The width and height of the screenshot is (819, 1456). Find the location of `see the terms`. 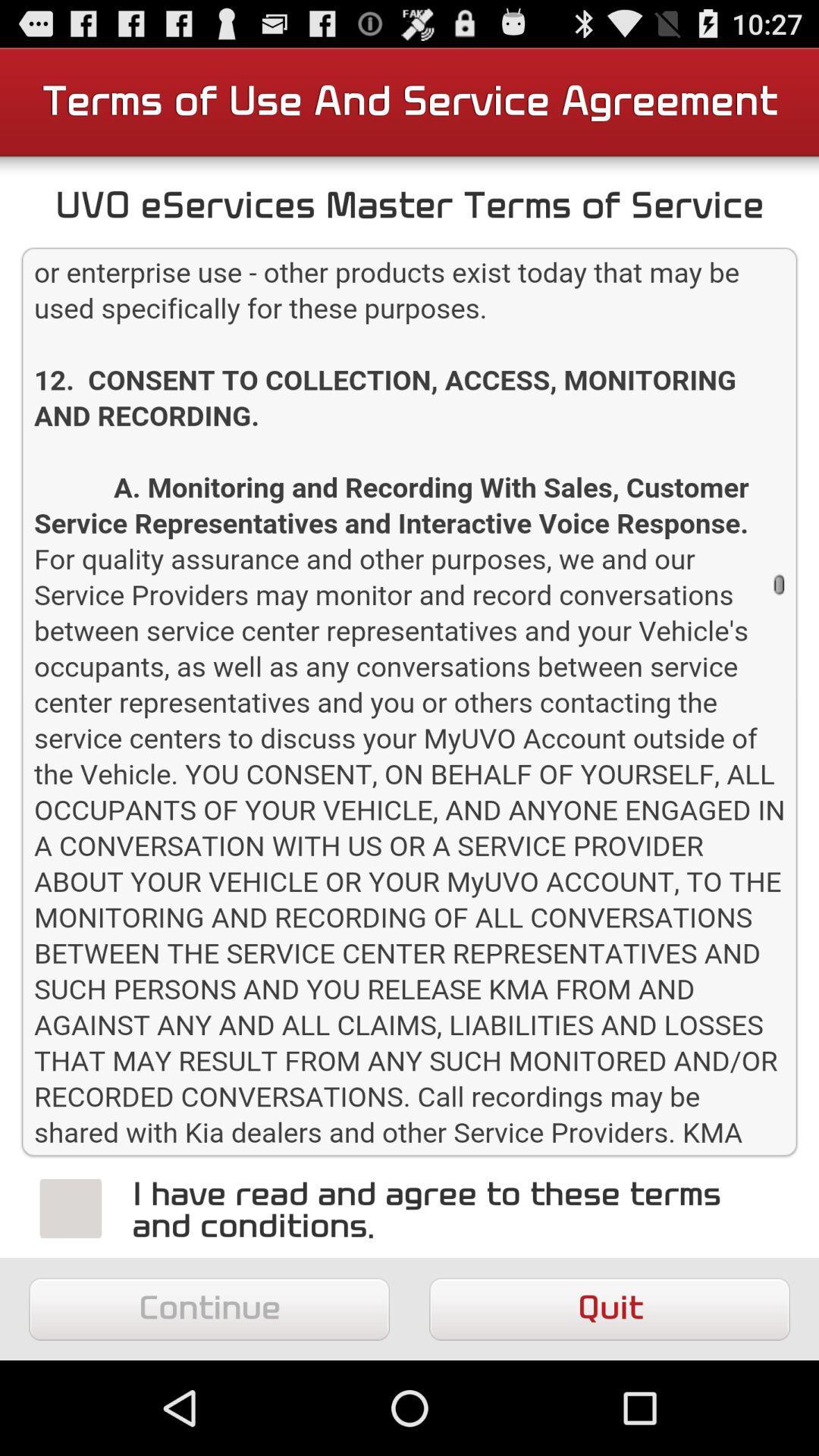

see the terms is located at coordinates (409, 701).